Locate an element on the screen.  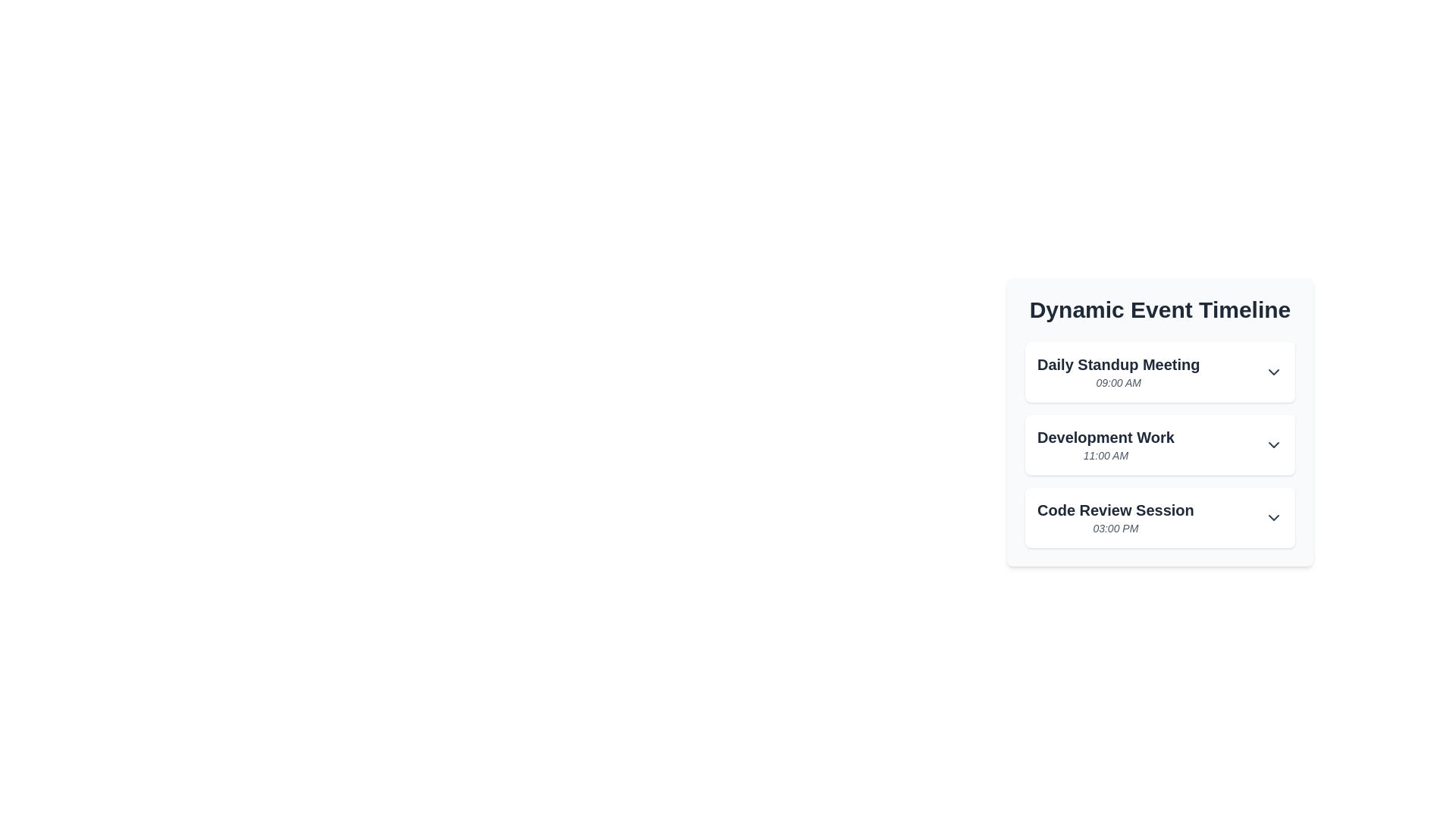
the static text block representing the scheduled event titled 'Development Work' at '11:00 AM', which is the second listed event in the 'Dynamic Event Timeline' section is located at coordinates (1106, 444).